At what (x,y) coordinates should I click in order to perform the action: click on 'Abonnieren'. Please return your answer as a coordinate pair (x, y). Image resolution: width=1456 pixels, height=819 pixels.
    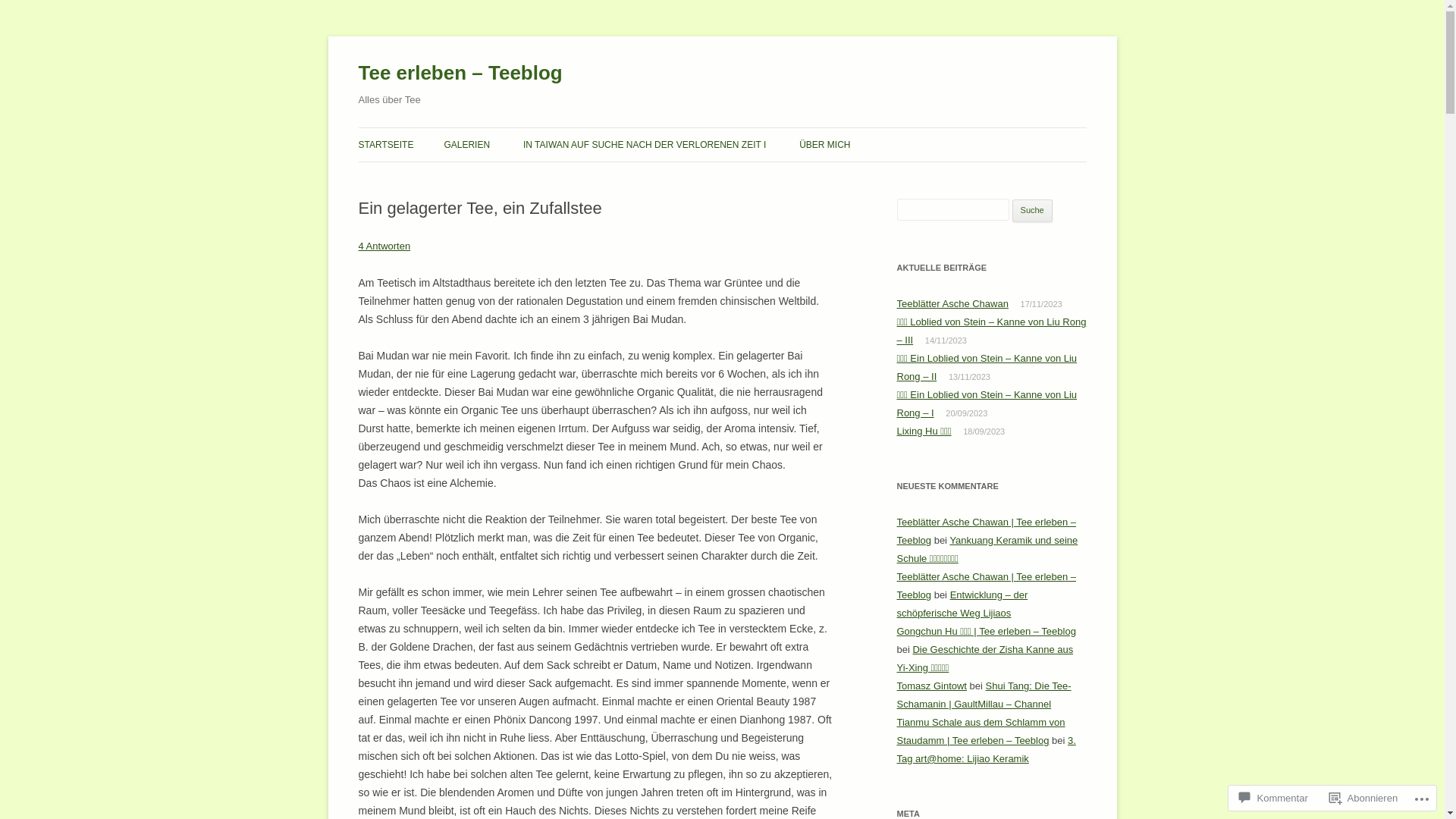
    Looking at the image, I should click on (1363, 797).